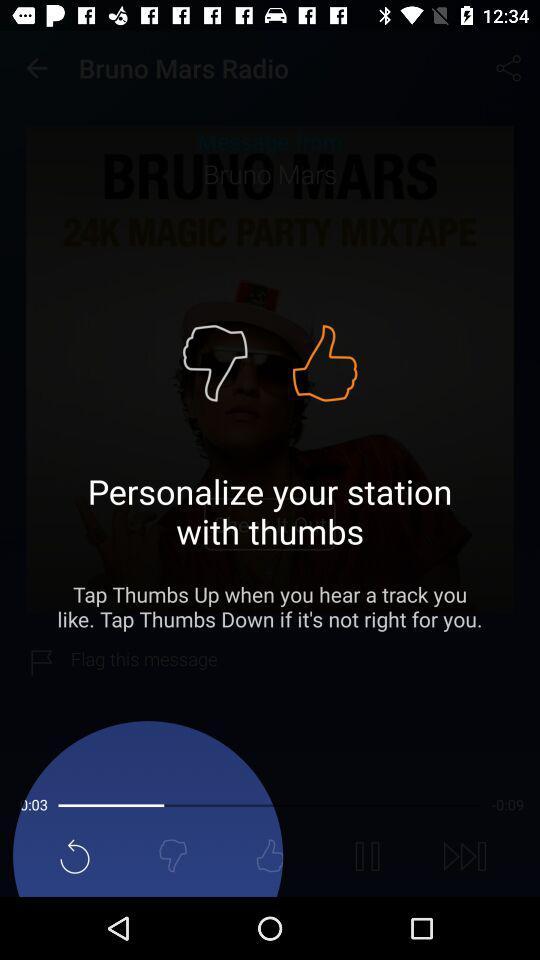 The width and height of the screenshot is (540, 960). Describe the element at coordinates (74, 855) in the screenshot. I see `the refresh icon` at that location.